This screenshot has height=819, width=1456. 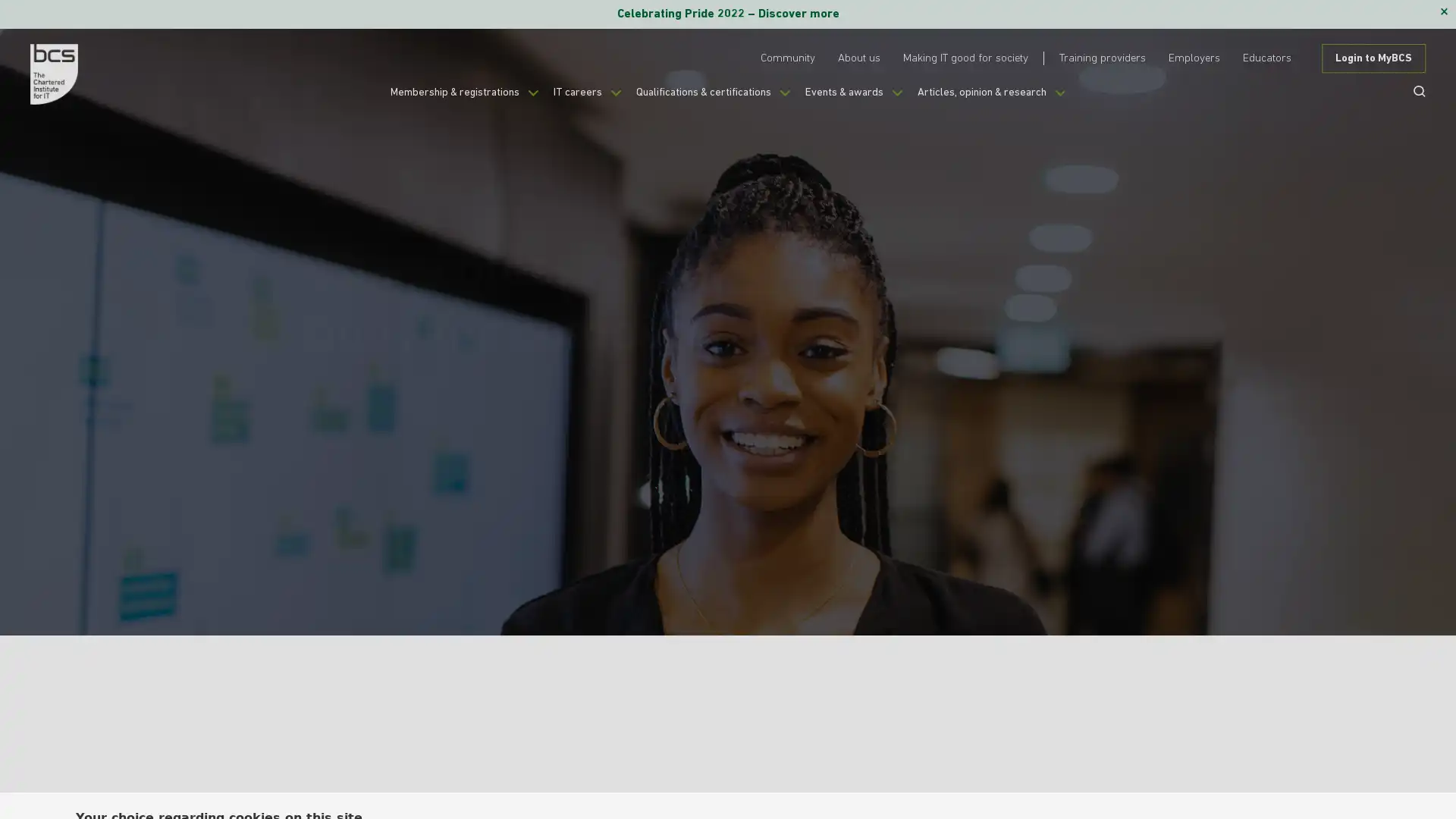 What do you see at coordinates (437, 100) in the screenshot?
I see `Membership & registrations` at bounding box center [437, 100].